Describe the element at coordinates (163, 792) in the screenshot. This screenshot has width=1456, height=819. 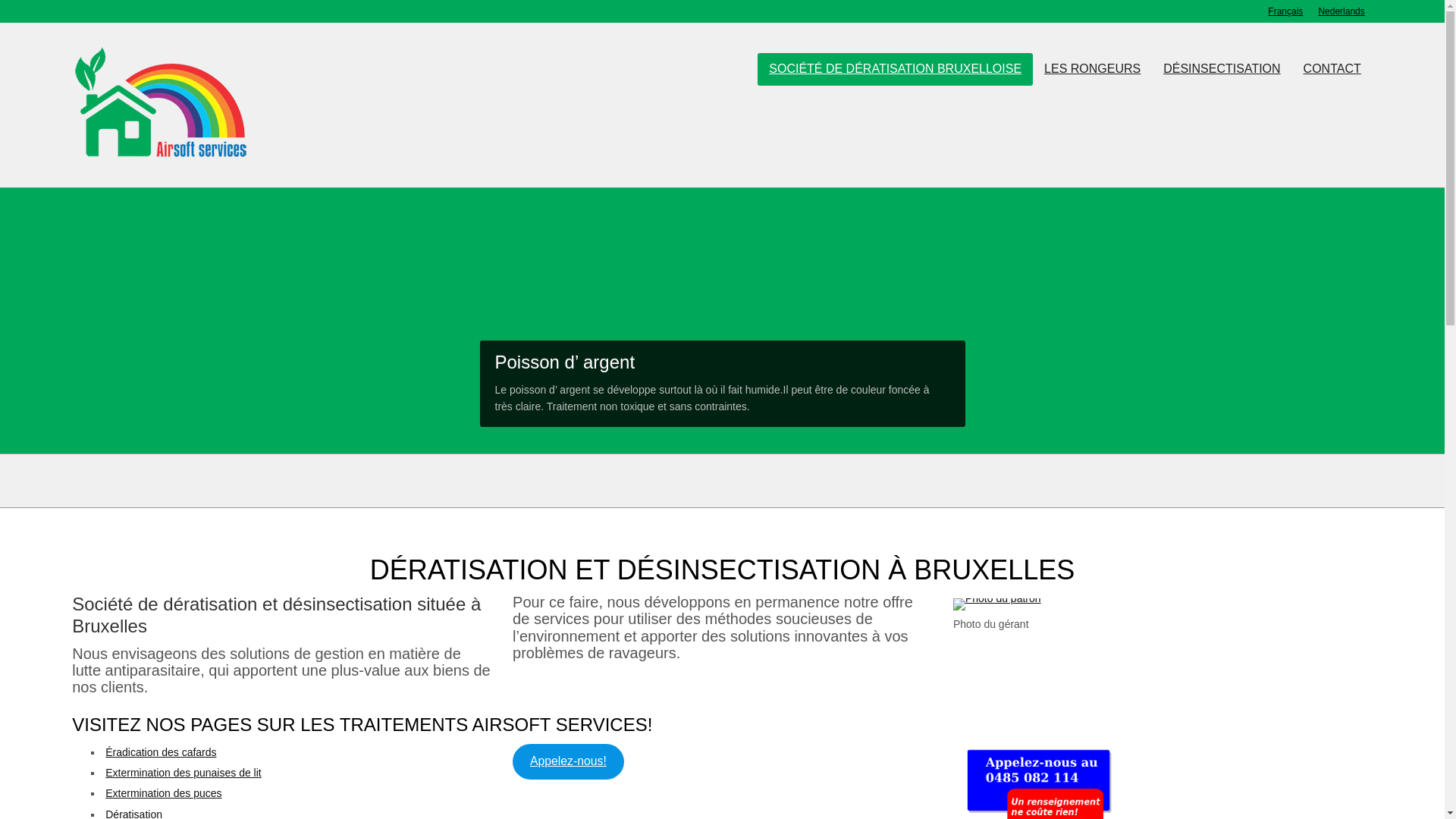
I see `'Extermination des puces'` at that location.